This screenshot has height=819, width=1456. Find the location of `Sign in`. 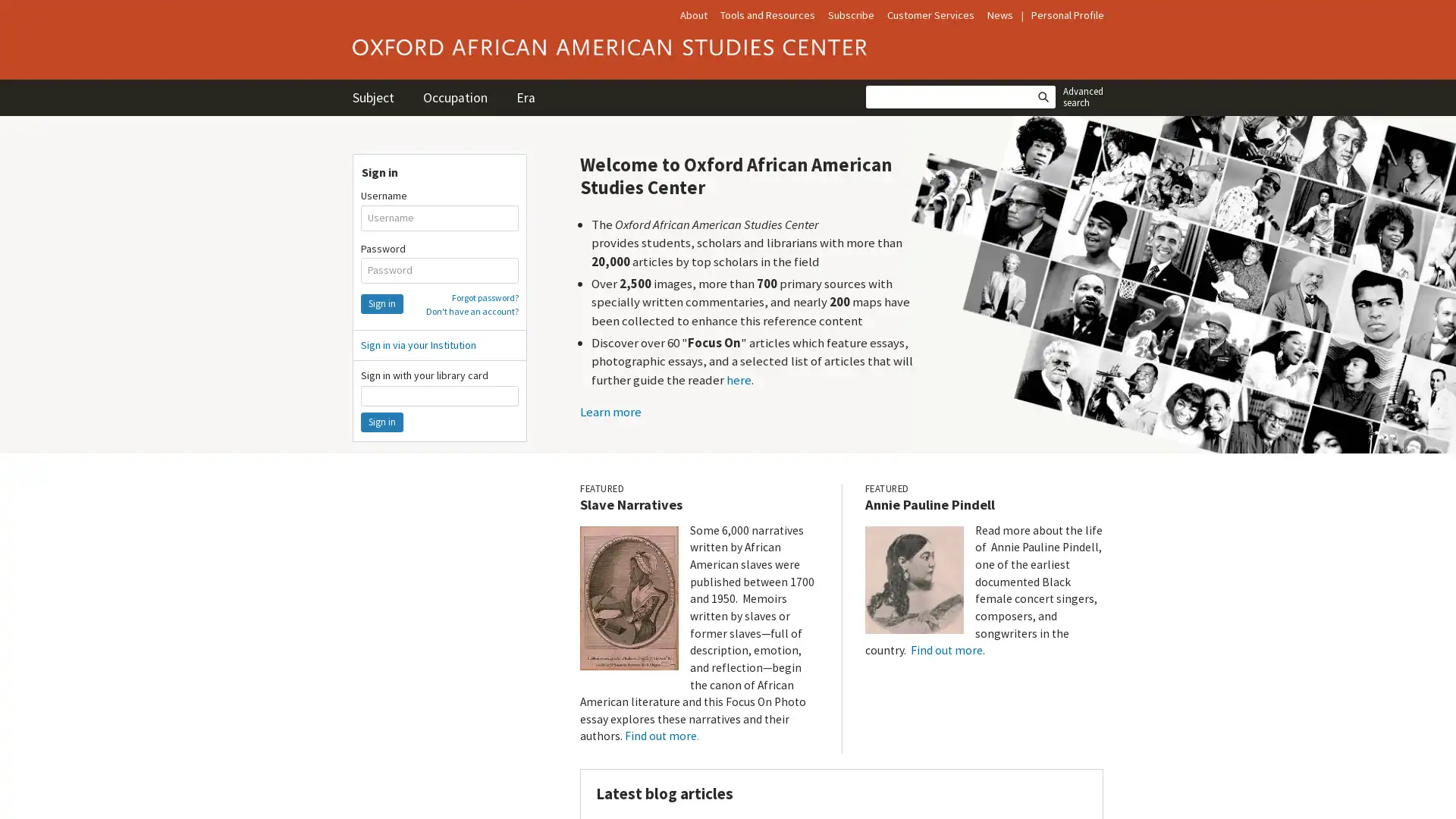

Sign in is located at coordinates (382, 421).